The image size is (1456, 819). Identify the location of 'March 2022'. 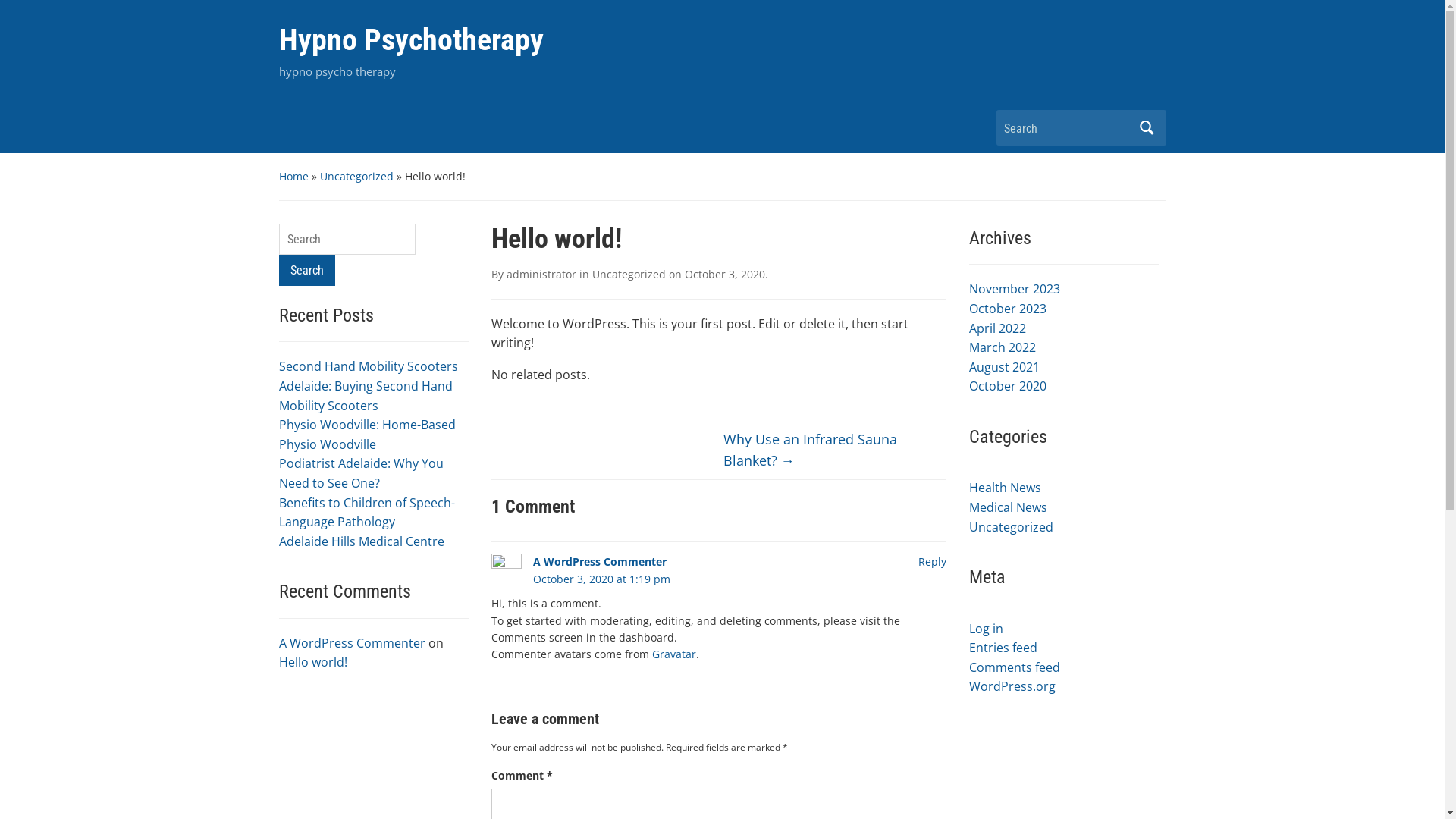
(1002, 347).